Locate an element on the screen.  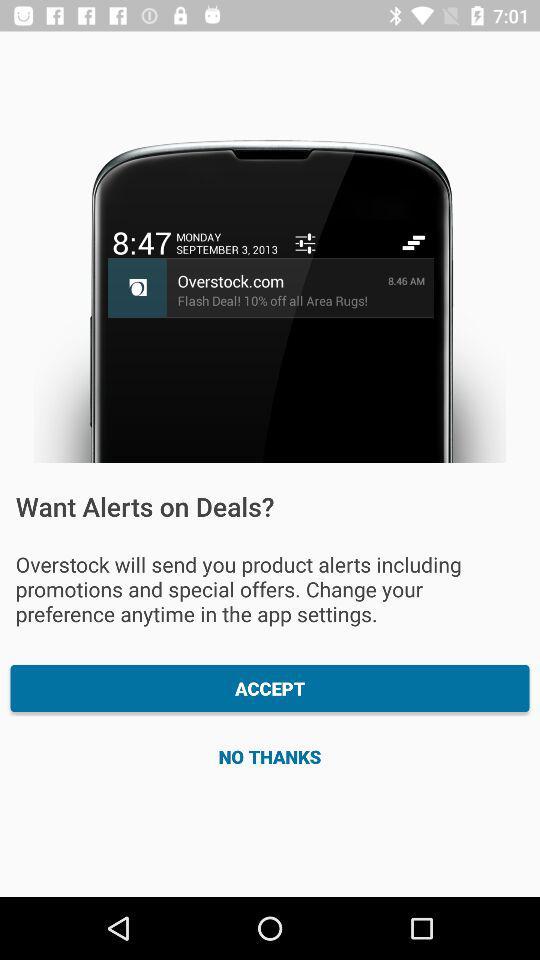
the accept item is located at coordinates (270, 688).